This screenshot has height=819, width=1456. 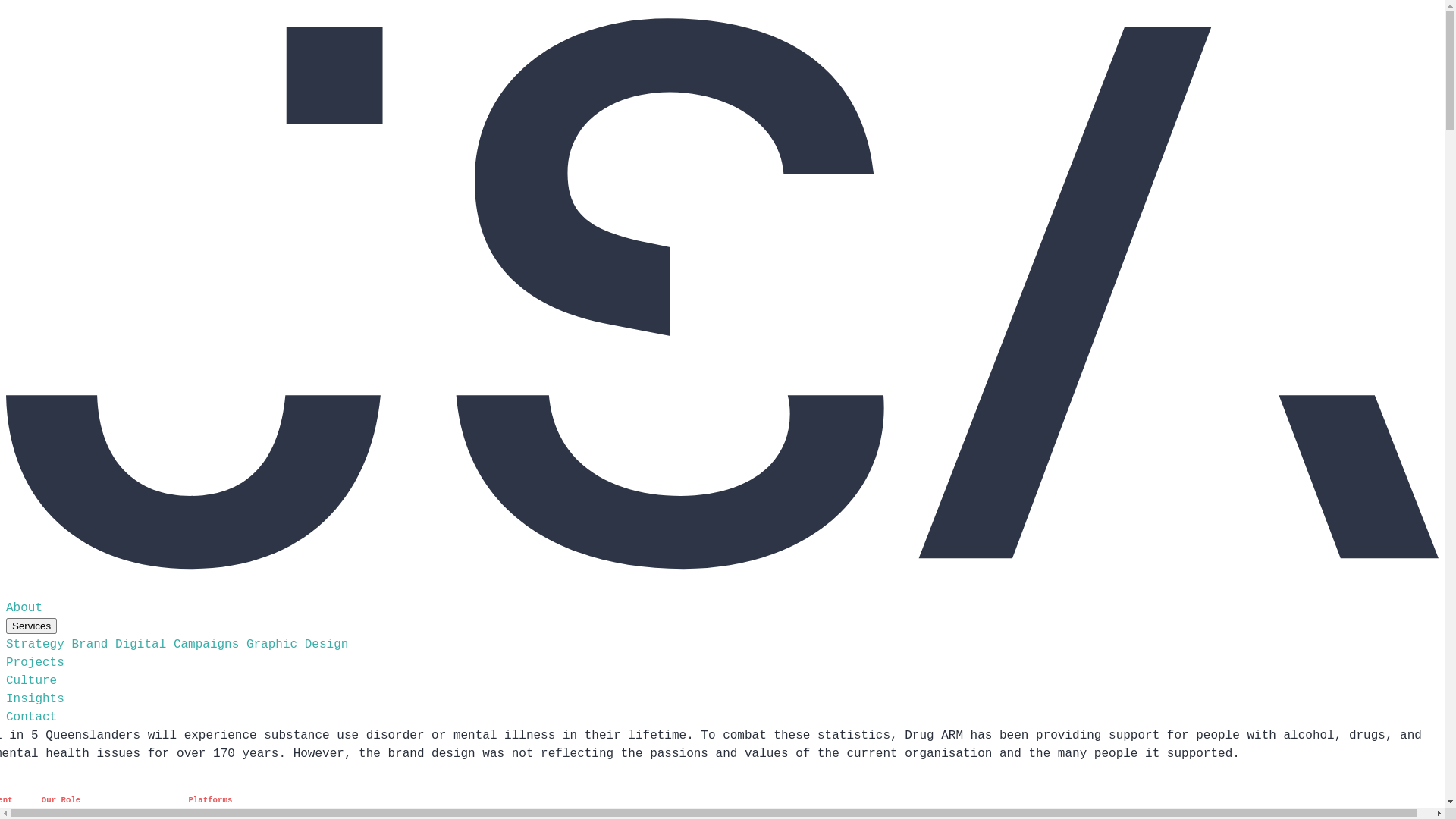 I want to click on 'Brand', so click(x=71, y=644).